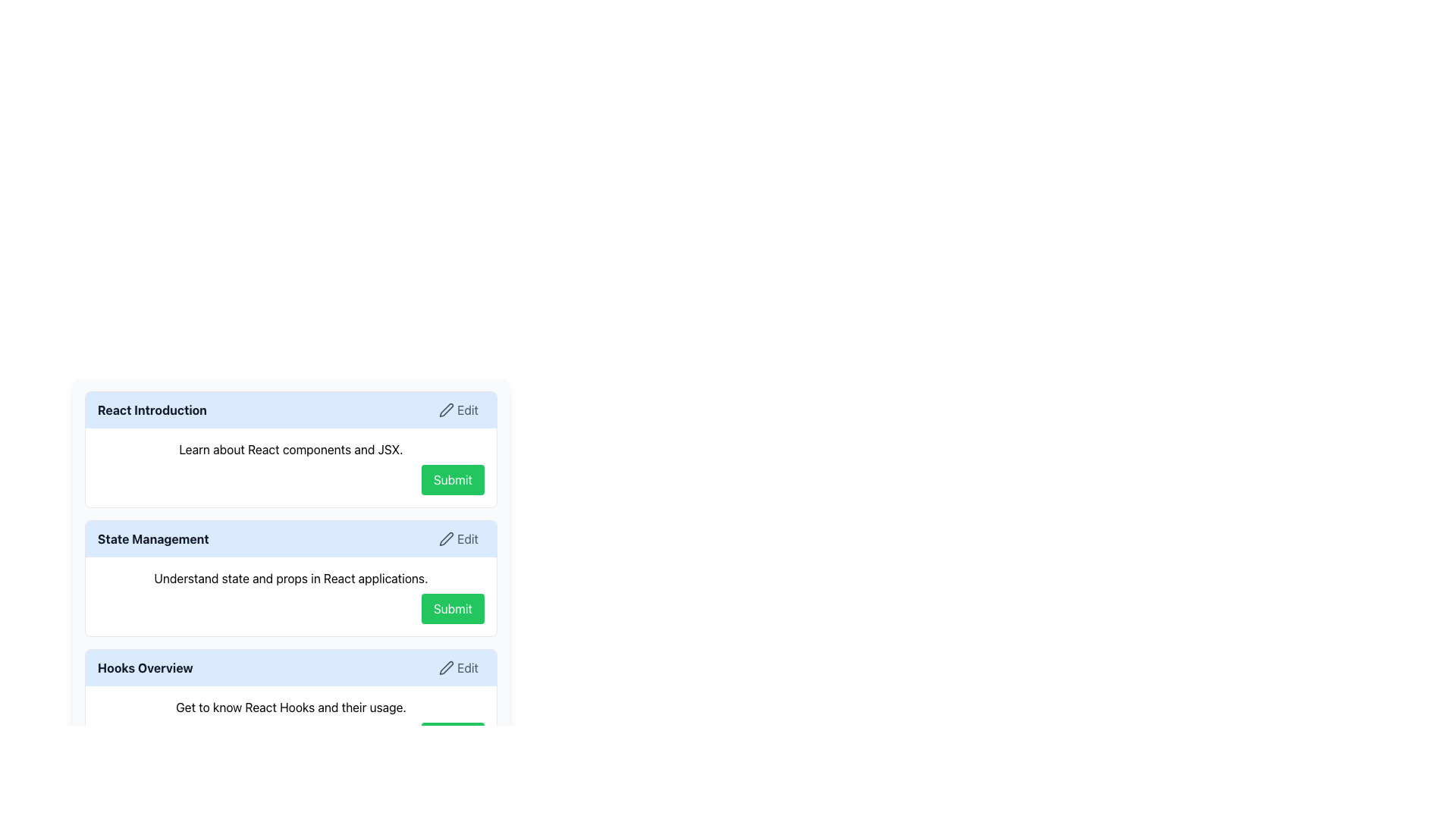 Image resolution: width=1456 pixels, height=819 pixels. What do you see at coordinates (457, 538) in the screenshot?
I see `the 'Edit' button located in the top-right corner of the 'State Management' section` at bounding box center [457, 538].